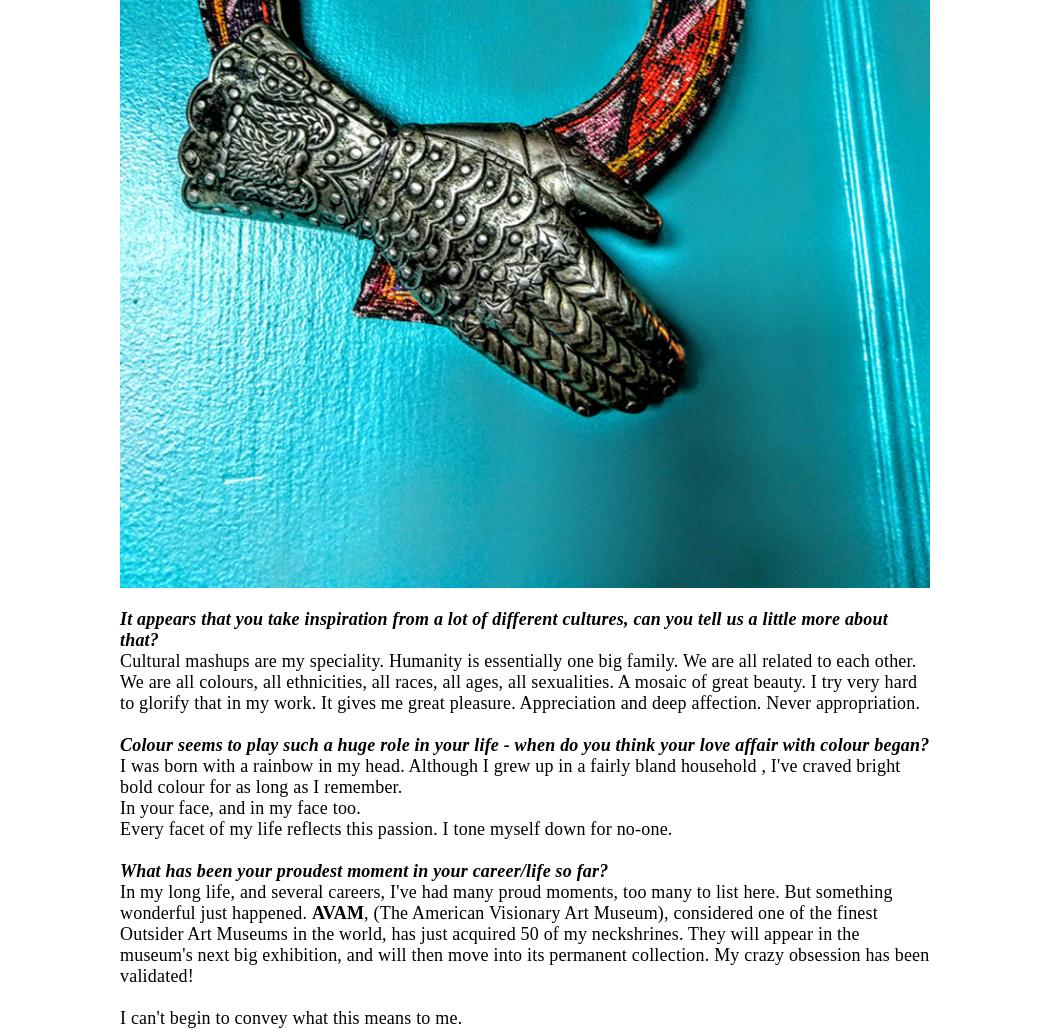 The width and height of the screenshot is (1050, 1028). Describe the element at coordinates (119, 681) in the screenshot. I see `'Cultural mashups are my speciality. Humanity is essentially one big family. We are all related to each other. We are all colours, all ethnicities, all races, all ages, all sexualities. A mosaic of great beauty.
I try very hard to glorify that in my work. It gives me great pleasure. Appreciation and deep affection. Never appropriation.'` at that location.